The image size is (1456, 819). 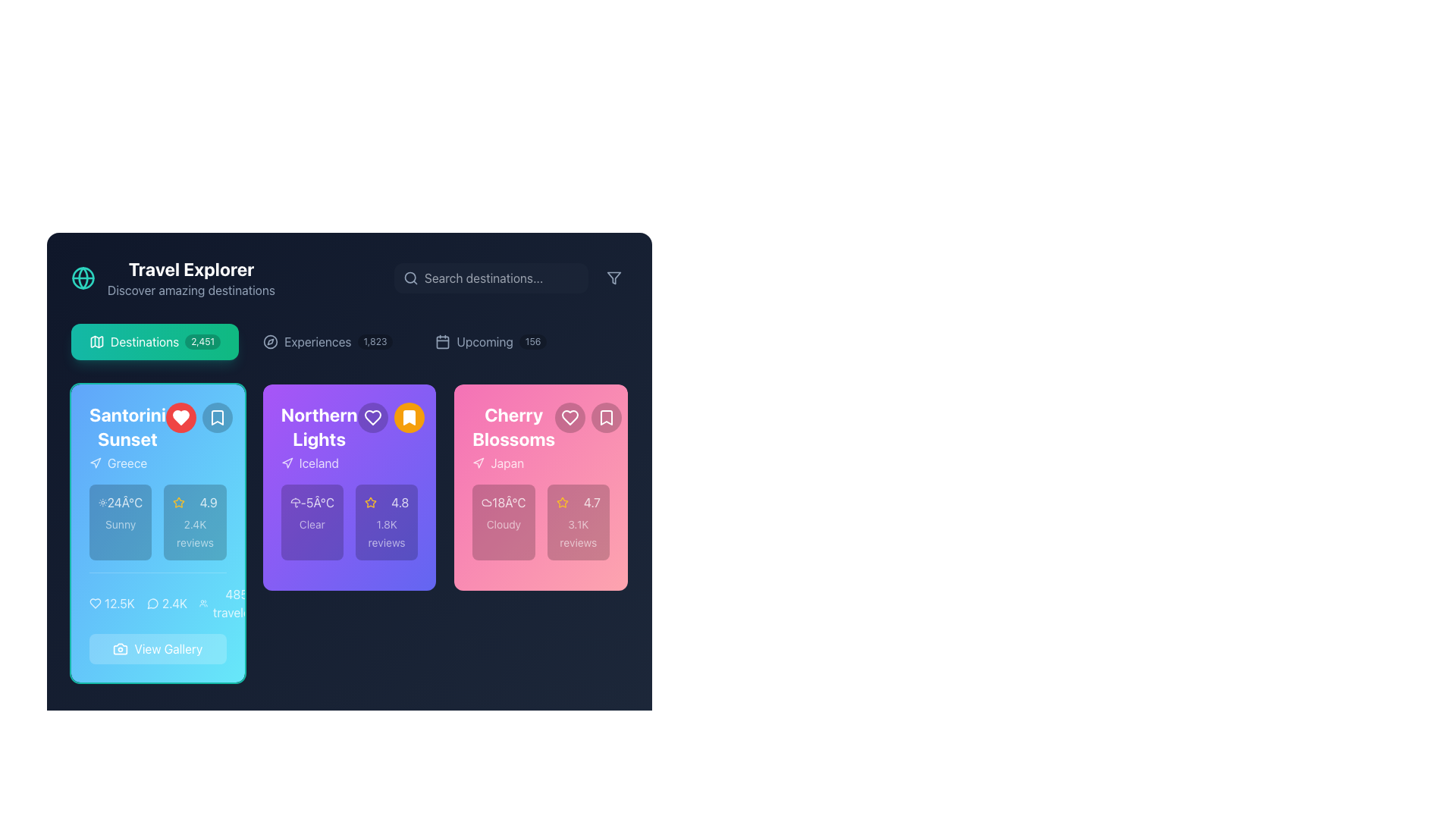 What do you see at coordinates (607, 418) in the screenshot?
I see `the circular button with a black background and white bookmark icon located in the top-right corner of the 'Cherry Blossoms' card to bookmark the item` at bounding box center [607, 418].